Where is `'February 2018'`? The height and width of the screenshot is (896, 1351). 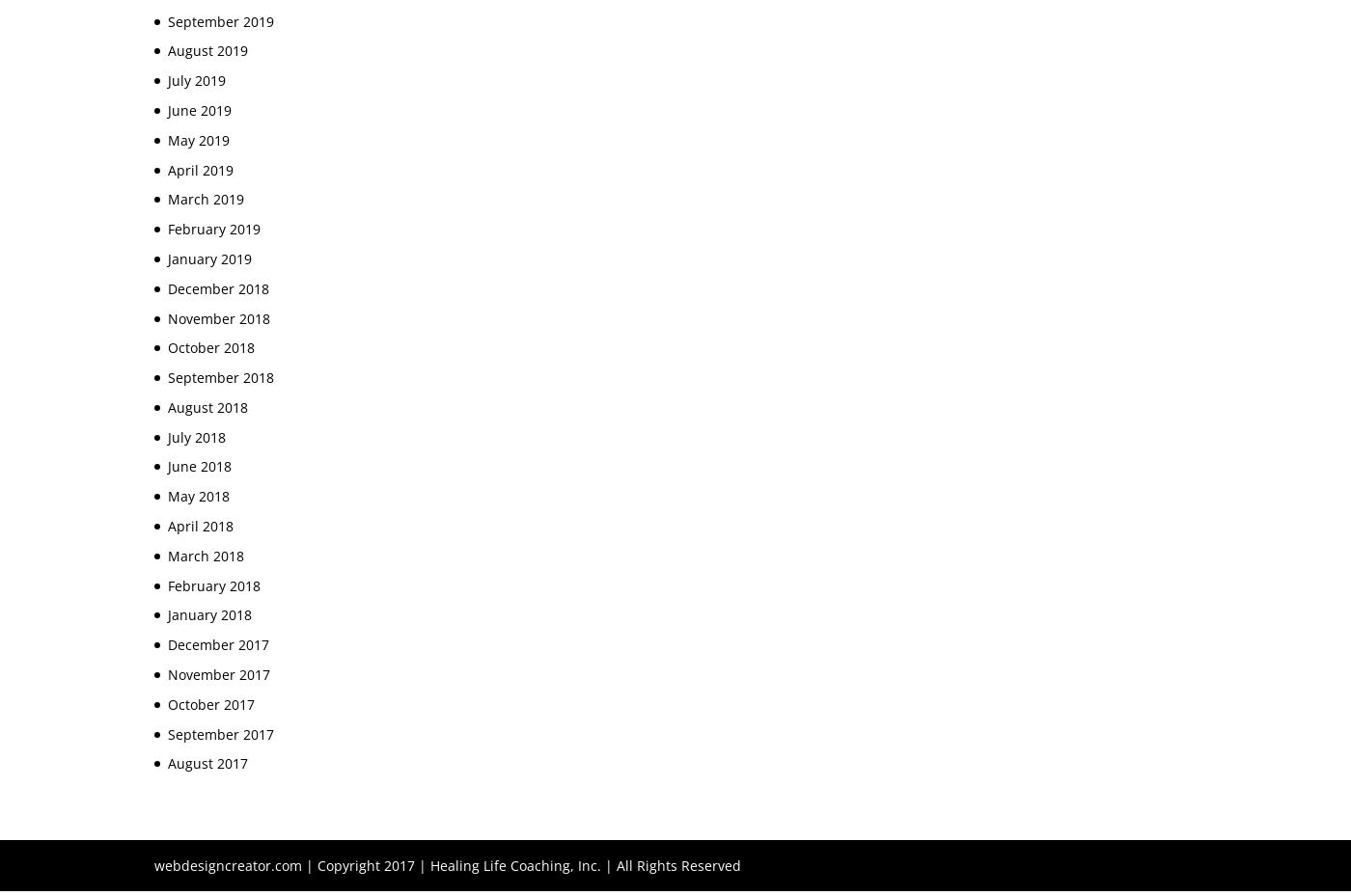
'February 2018' is located at coordinates (213, 584).